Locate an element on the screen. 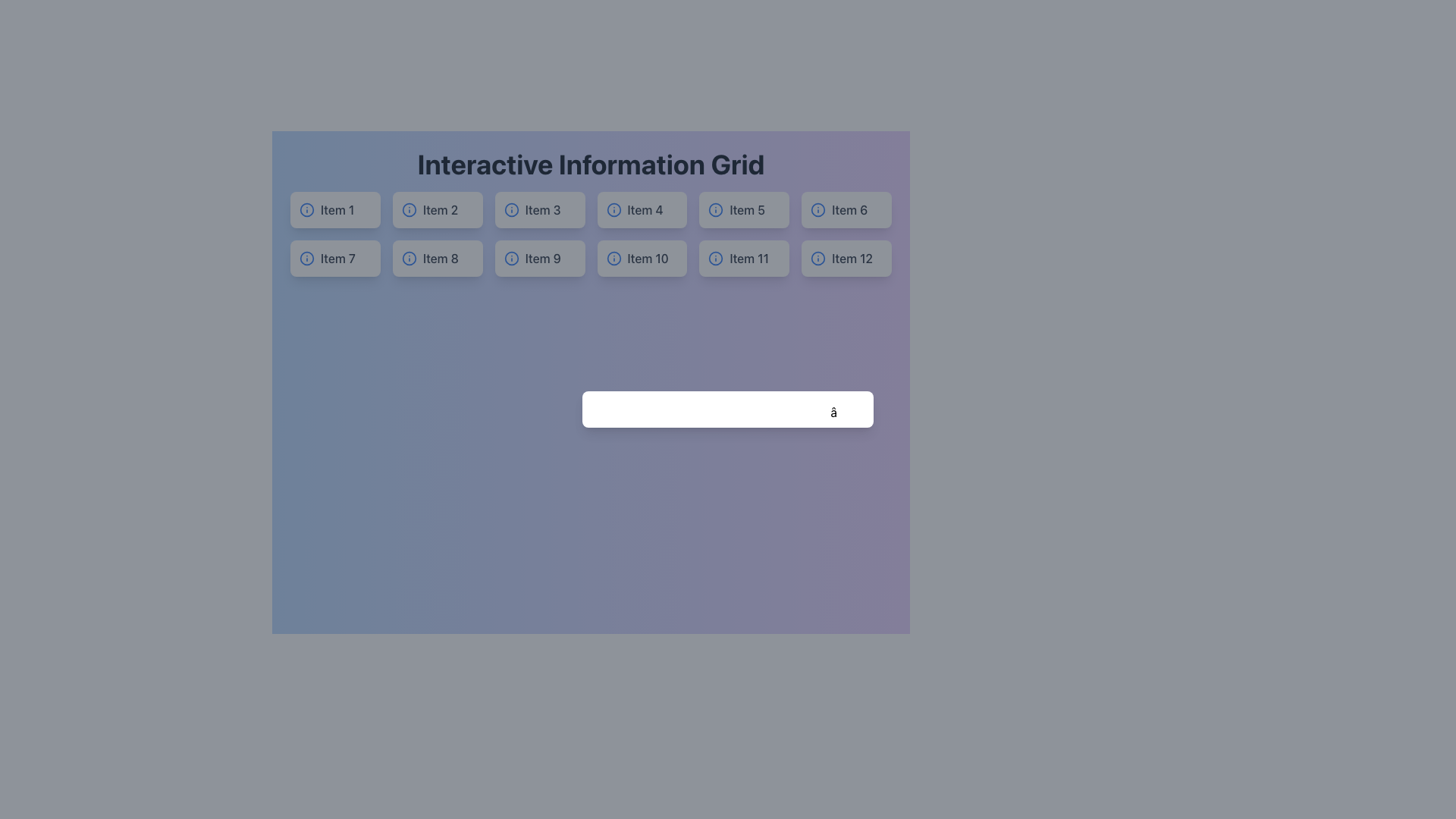 The image size is (1456, 819). text from the label 'Item 12' located in the second row and last column of the interactive grid layout, positioned to the right of the blue circular icon is located at coordinates (852, 257).